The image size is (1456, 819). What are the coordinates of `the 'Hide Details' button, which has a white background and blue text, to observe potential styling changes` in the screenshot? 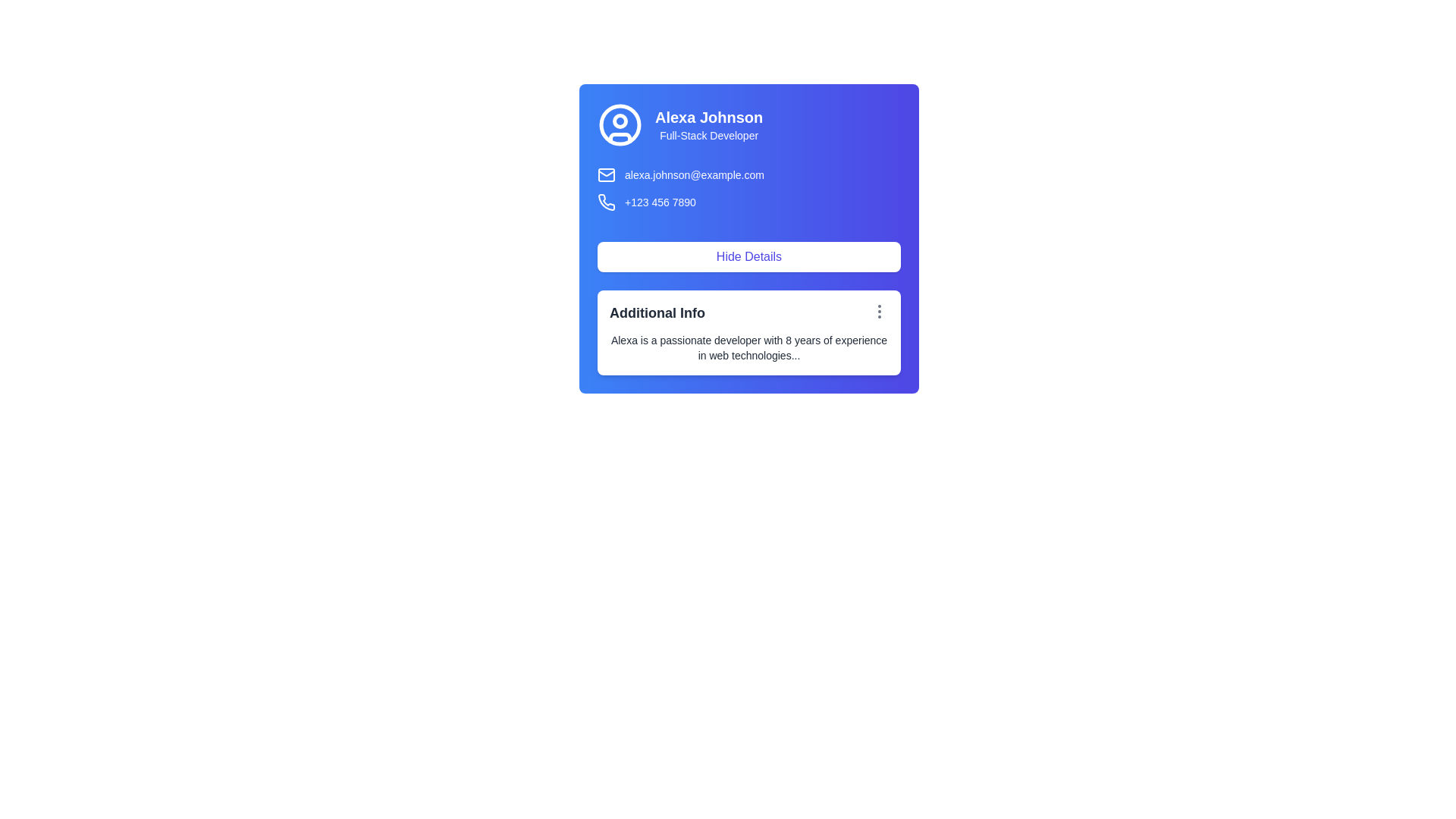 It's located at (749, 250).